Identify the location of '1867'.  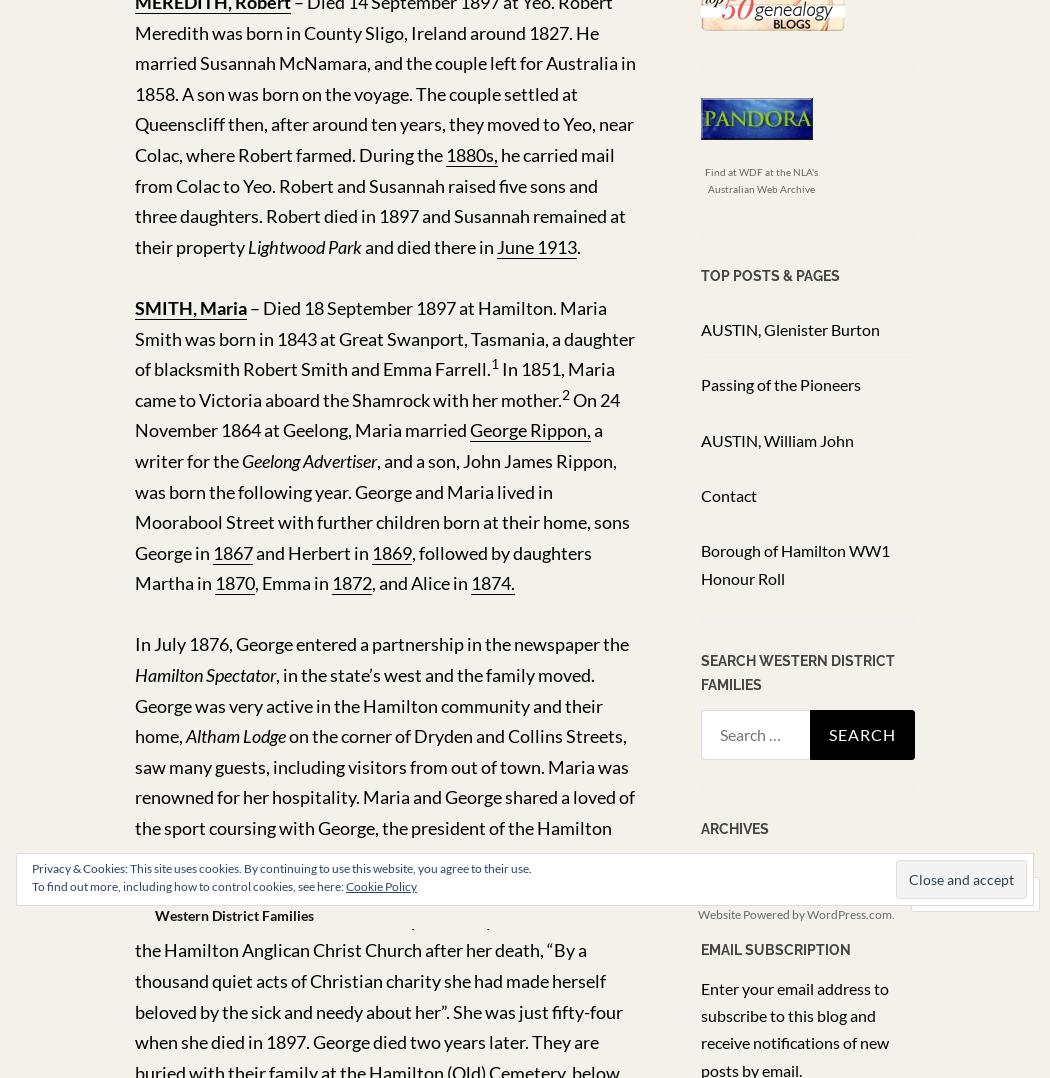
(212, 551).